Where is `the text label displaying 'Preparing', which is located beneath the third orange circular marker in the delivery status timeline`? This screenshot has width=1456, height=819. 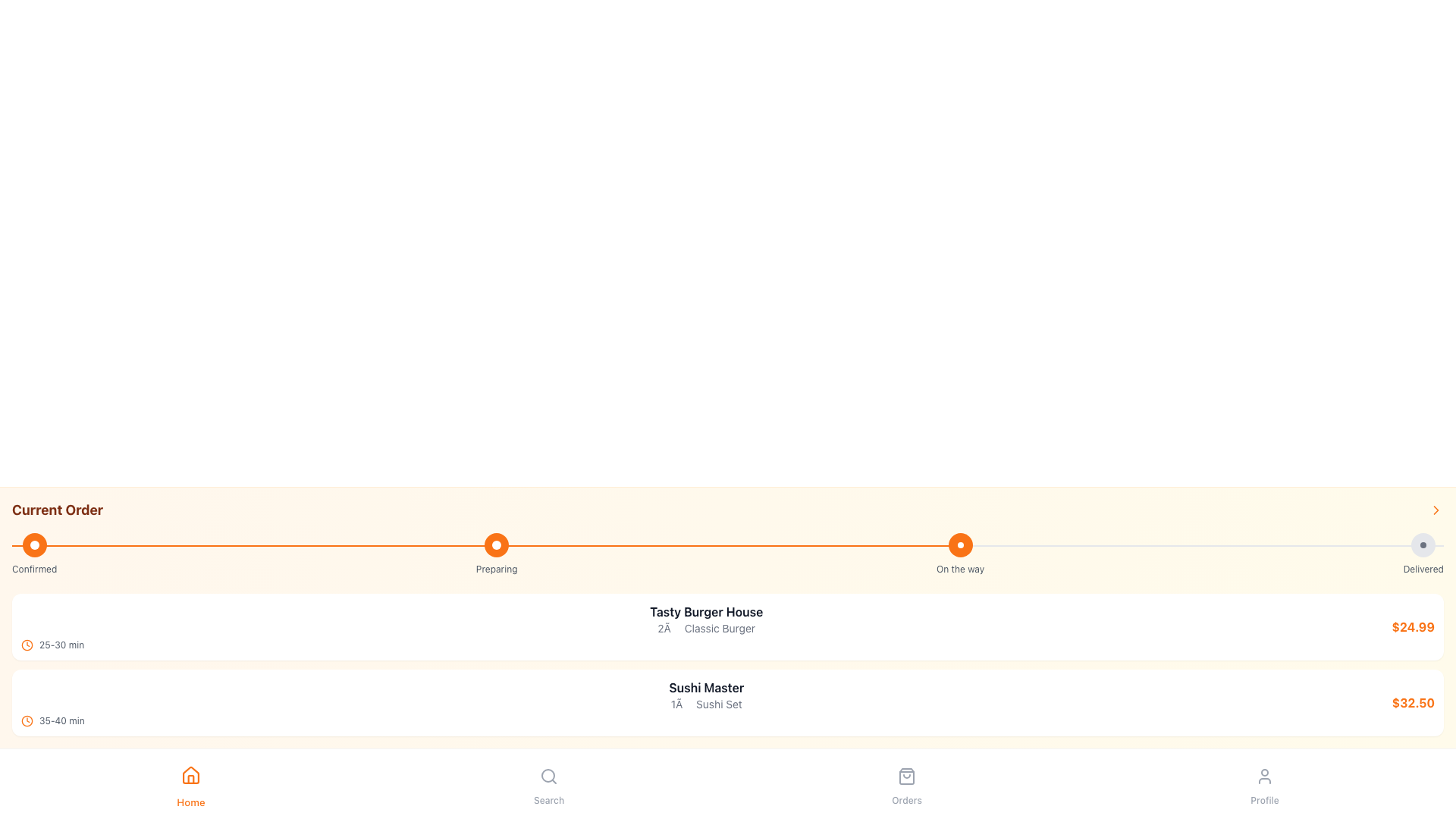
the text label displaying 'Preparing', which is located beneath the third orange circular marker in the delivery status timeline is located at coordinates (497, 570).